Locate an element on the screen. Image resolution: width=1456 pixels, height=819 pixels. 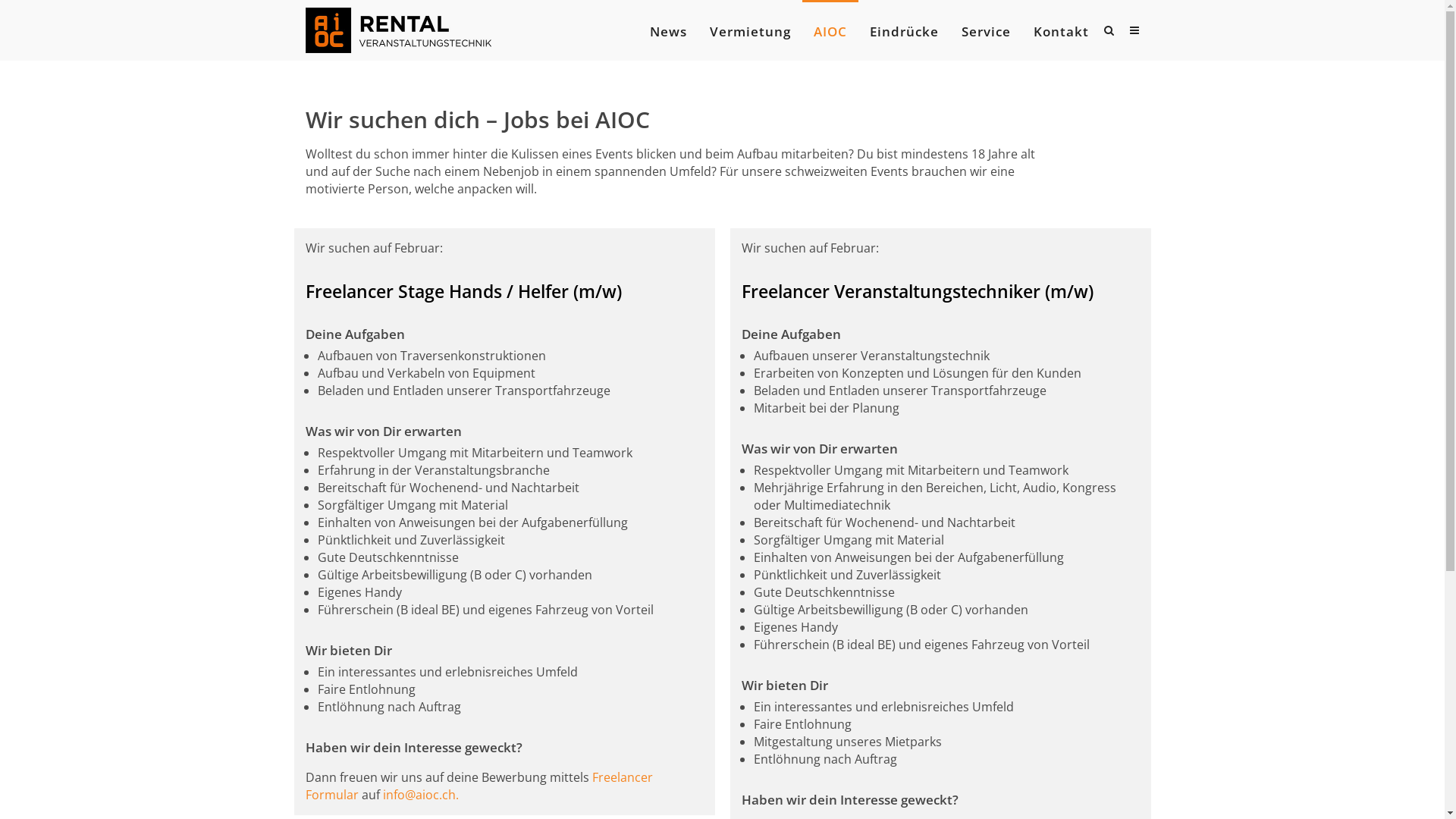
'Kontakt' is located at coordinates (1059, 32).